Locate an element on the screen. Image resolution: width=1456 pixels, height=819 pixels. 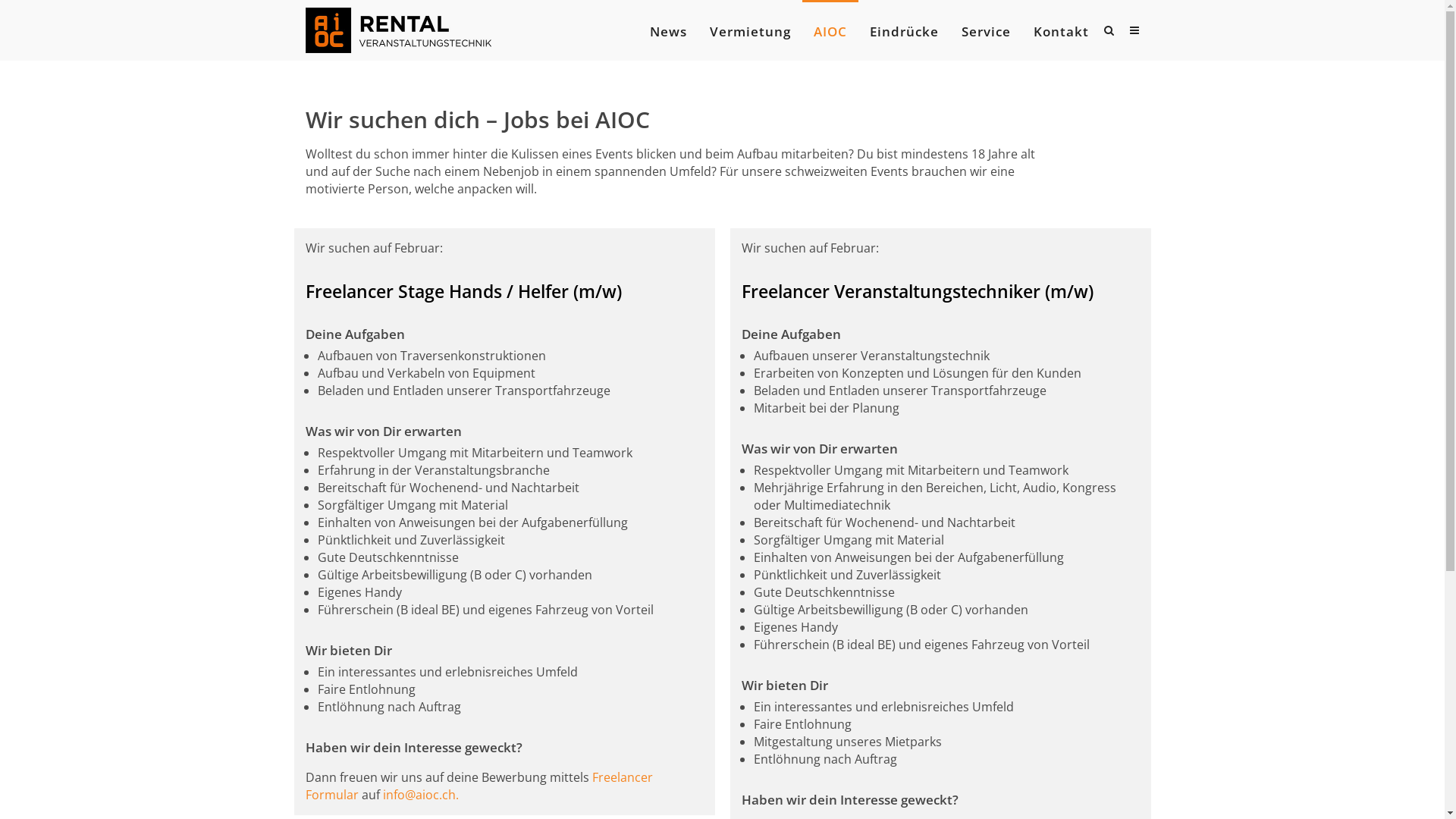
'Kontakt' is located at coordinates (1059, 32).